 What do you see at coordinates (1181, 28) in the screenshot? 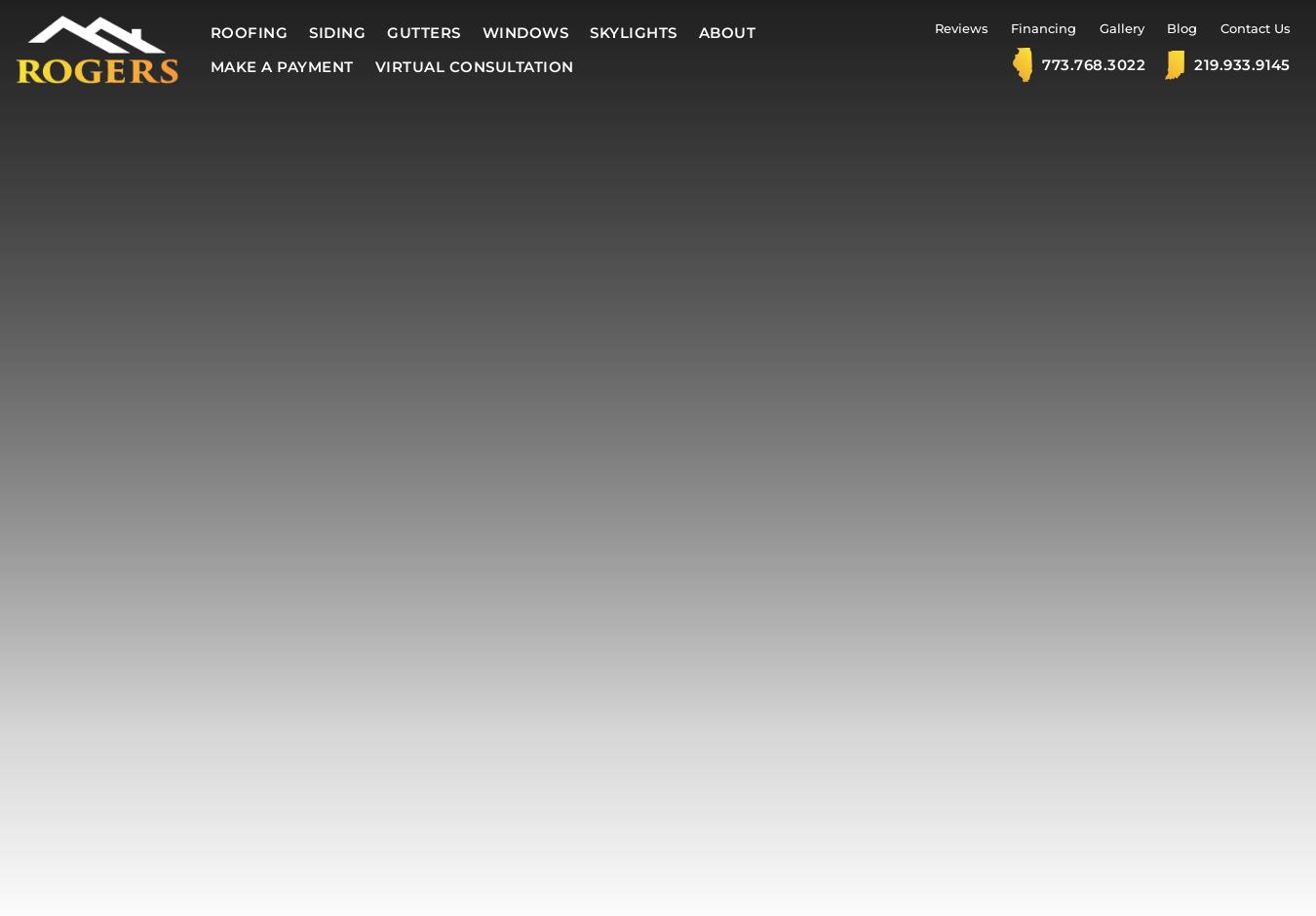
I see `'Blog'` at bounding box center [1181, 28].